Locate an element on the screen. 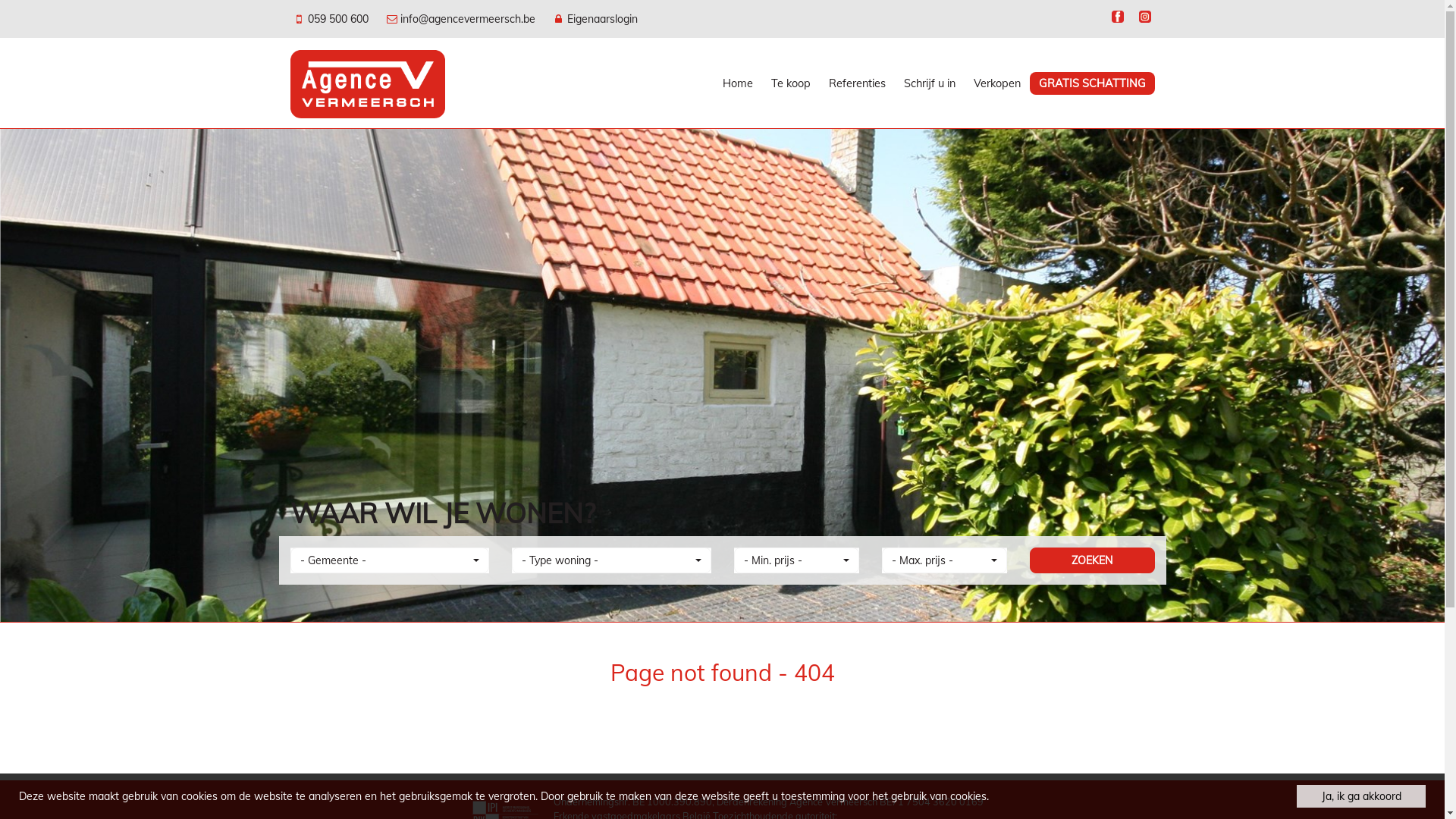 The height and width of the screenshot is (819, 1456). 'Agence Vermeersch' is located at coordinates (367, 83).